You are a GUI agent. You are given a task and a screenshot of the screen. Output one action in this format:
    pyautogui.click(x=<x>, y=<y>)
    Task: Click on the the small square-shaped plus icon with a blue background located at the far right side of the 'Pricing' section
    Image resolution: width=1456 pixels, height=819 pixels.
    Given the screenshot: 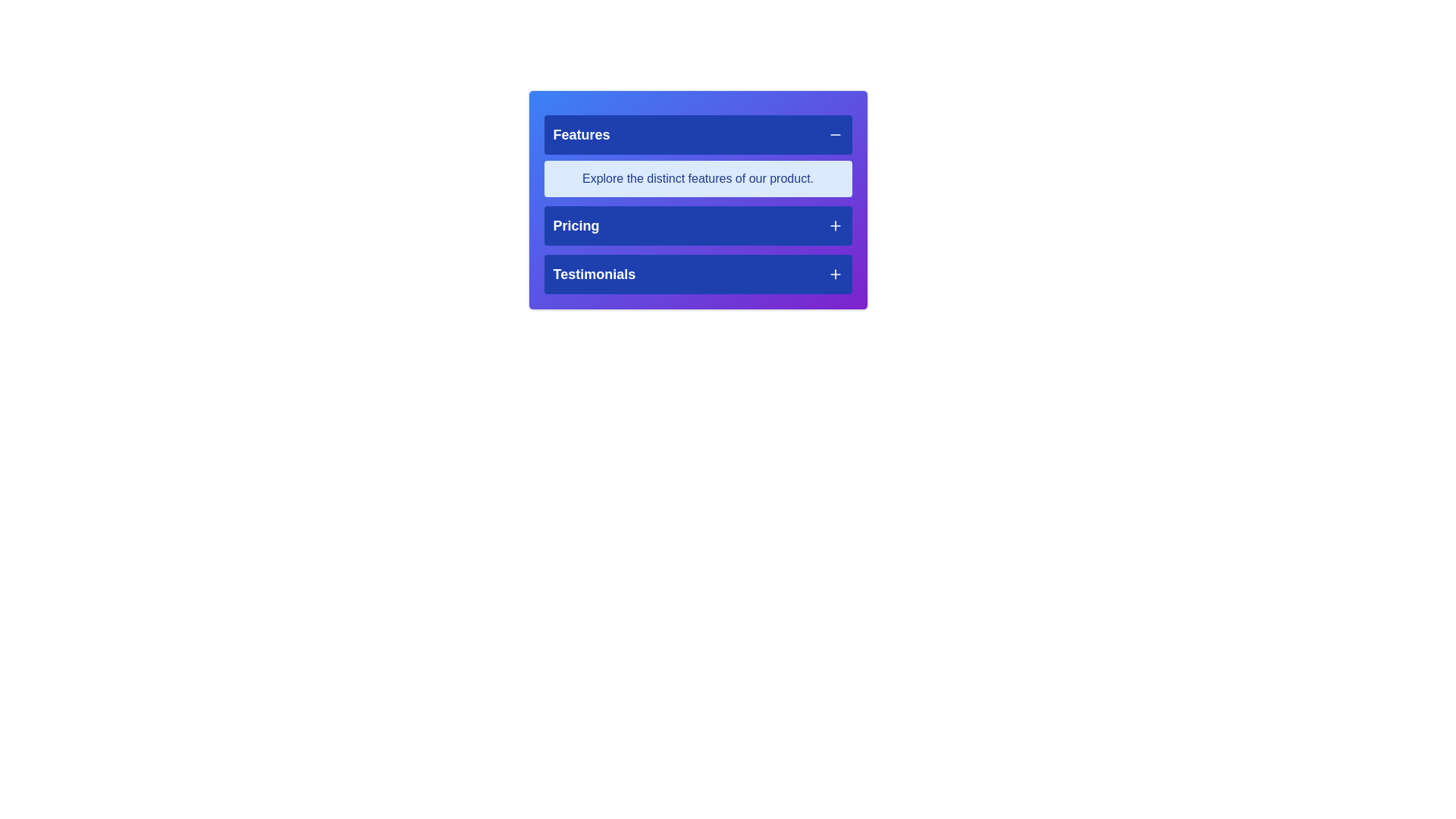 What is the action you would take?
    pyautogui.click(x=834, y=225)
    